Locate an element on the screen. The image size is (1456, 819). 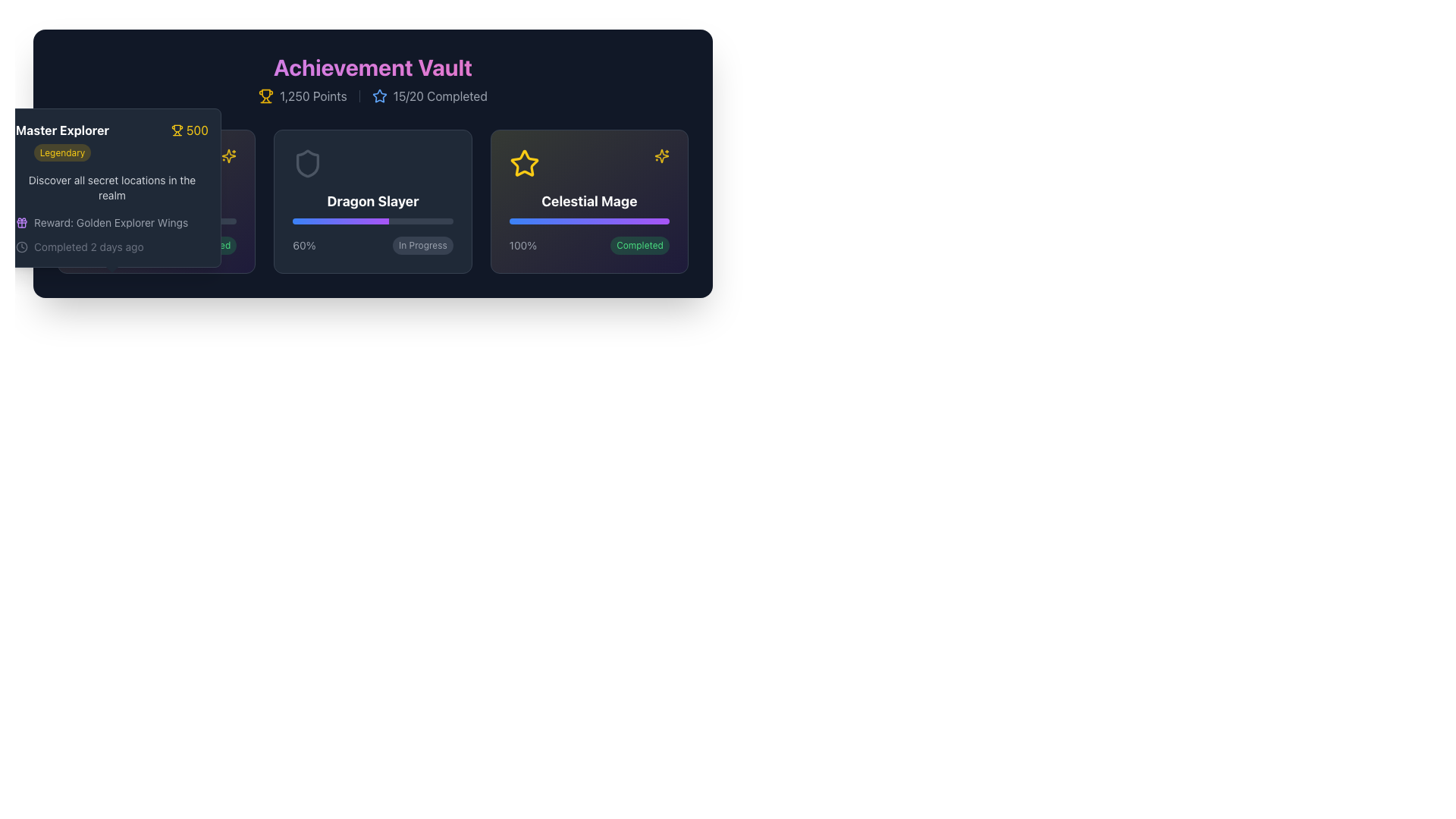
the embedded icons in the 'Achievement Vault' header for navigation or more details is located at coordinates (372, 79).